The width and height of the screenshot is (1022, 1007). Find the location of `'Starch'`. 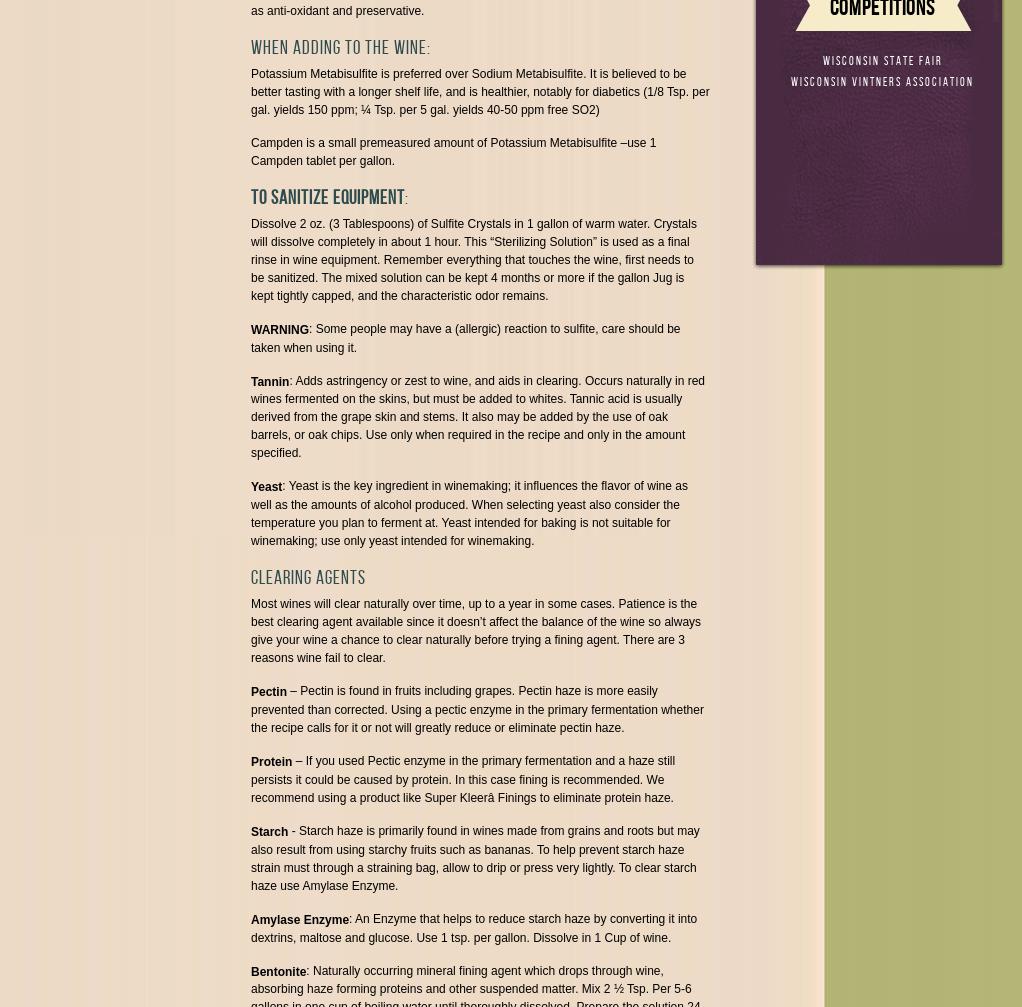

'Starch' is located at coordinates (250, 829).